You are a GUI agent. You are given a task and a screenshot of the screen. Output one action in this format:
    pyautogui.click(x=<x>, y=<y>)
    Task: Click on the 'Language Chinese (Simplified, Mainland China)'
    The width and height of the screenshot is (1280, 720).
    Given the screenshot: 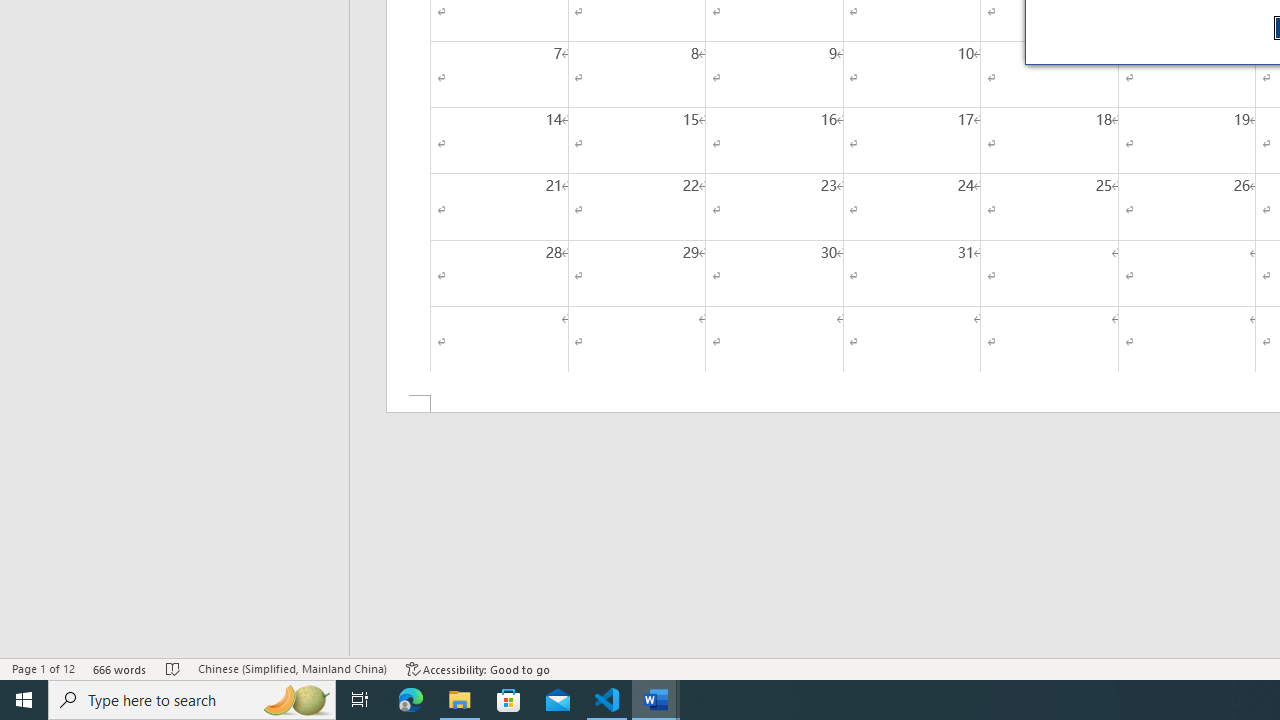 What is the action you would take?
    pyautogui.click(x=291, y=669)
    